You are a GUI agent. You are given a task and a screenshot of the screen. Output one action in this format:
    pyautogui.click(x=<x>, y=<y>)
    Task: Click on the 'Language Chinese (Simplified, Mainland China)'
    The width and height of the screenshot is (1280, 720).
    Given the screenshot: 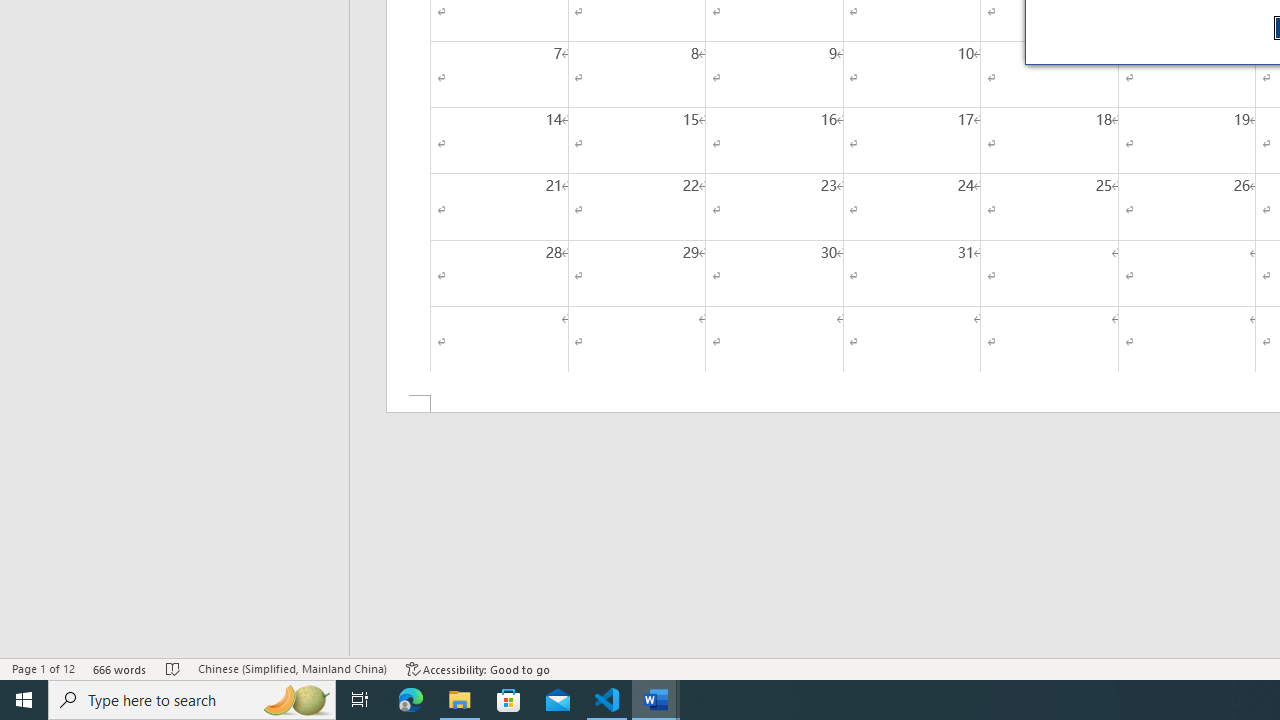 What is the action you would take?
    pyautogui.click(x=291, y=669)
    